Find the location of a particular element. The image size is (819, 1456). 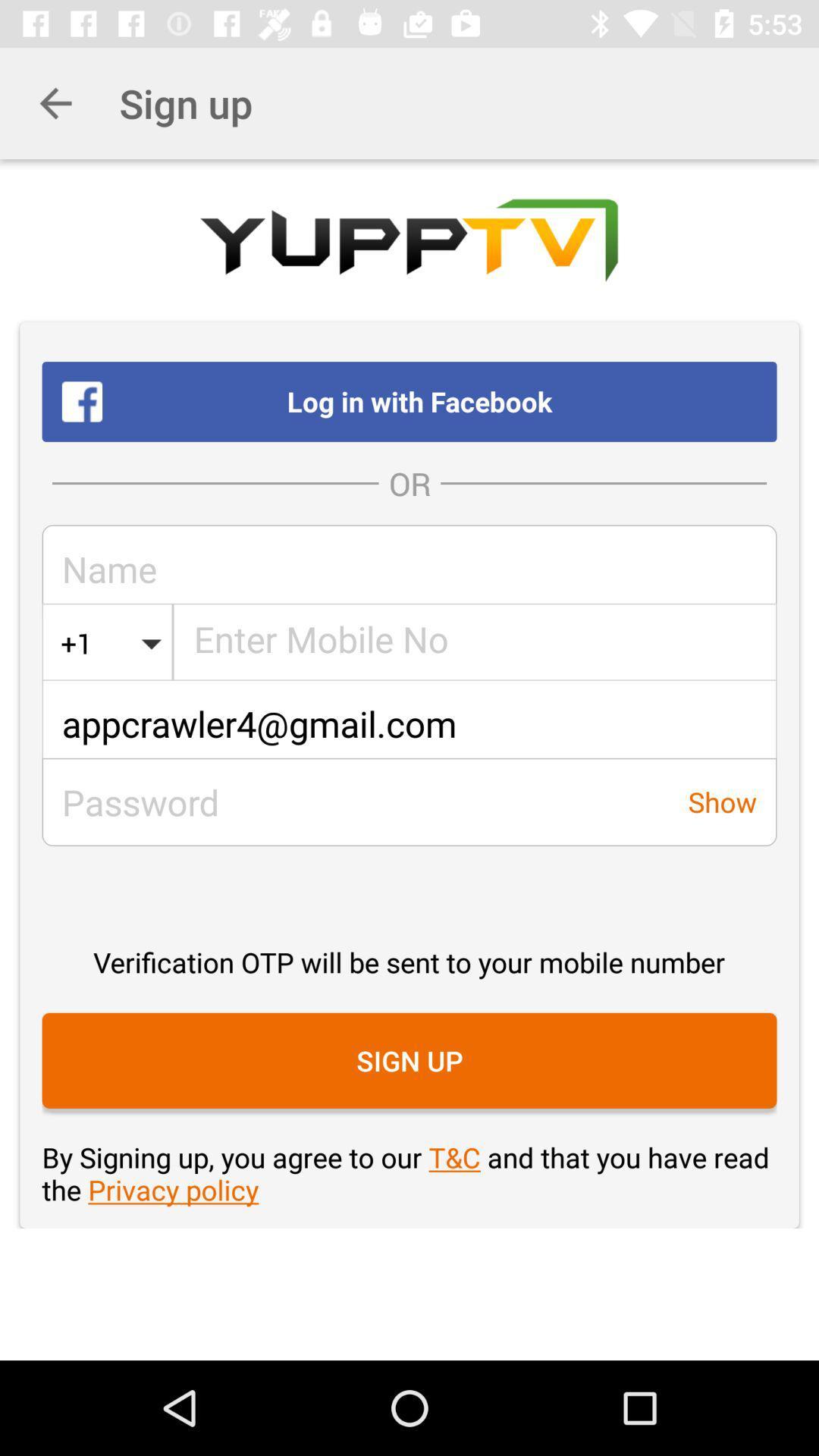

your mobile number to log in is located at coordinates (475, 643).